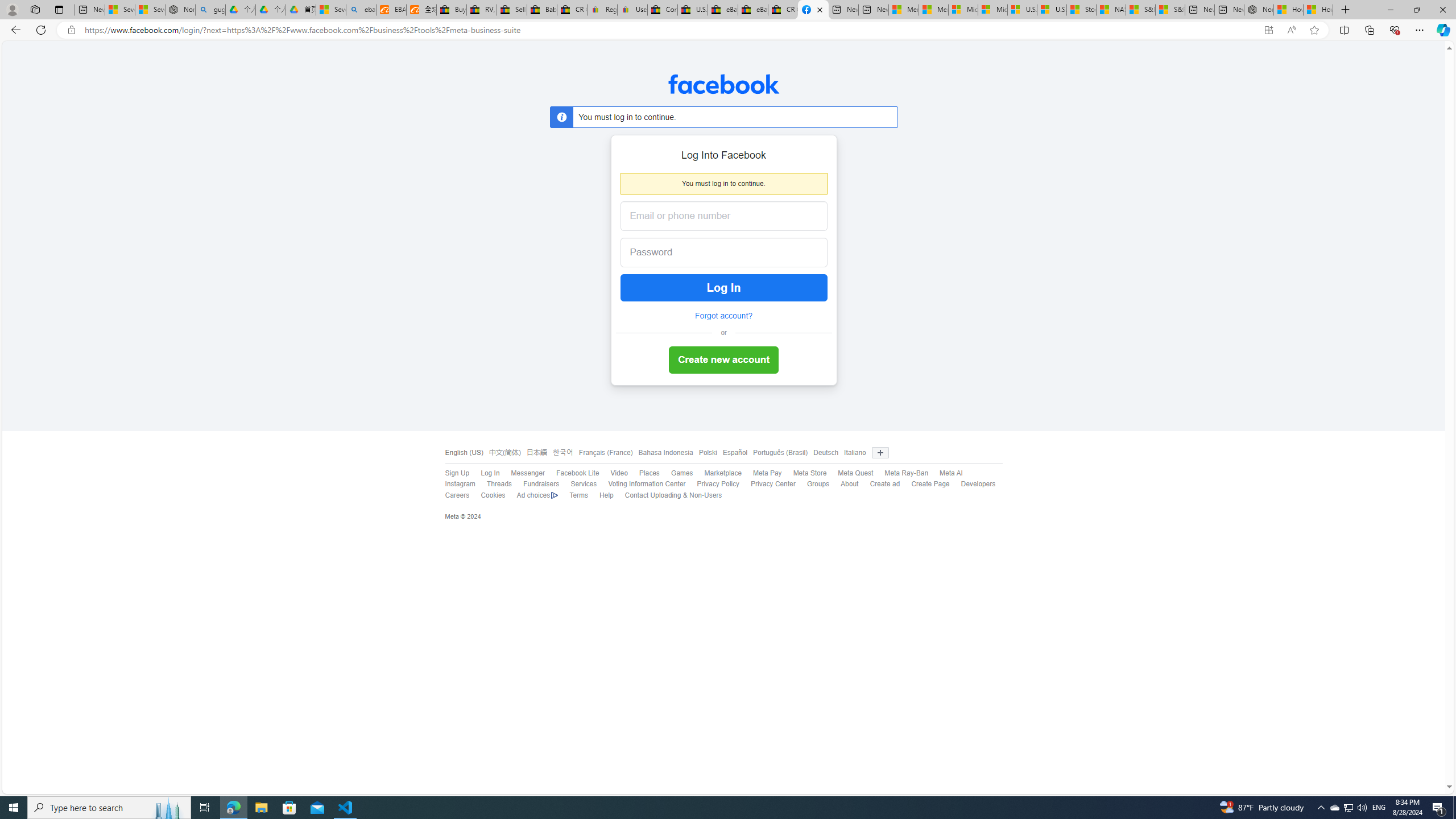 The width and height of the screenshot is (1456, 819). What do you see at coordinates (667, 495) in the screenshot?
I see `'Contact Uploading & Non-Users'` at bounding box center [667, 495].